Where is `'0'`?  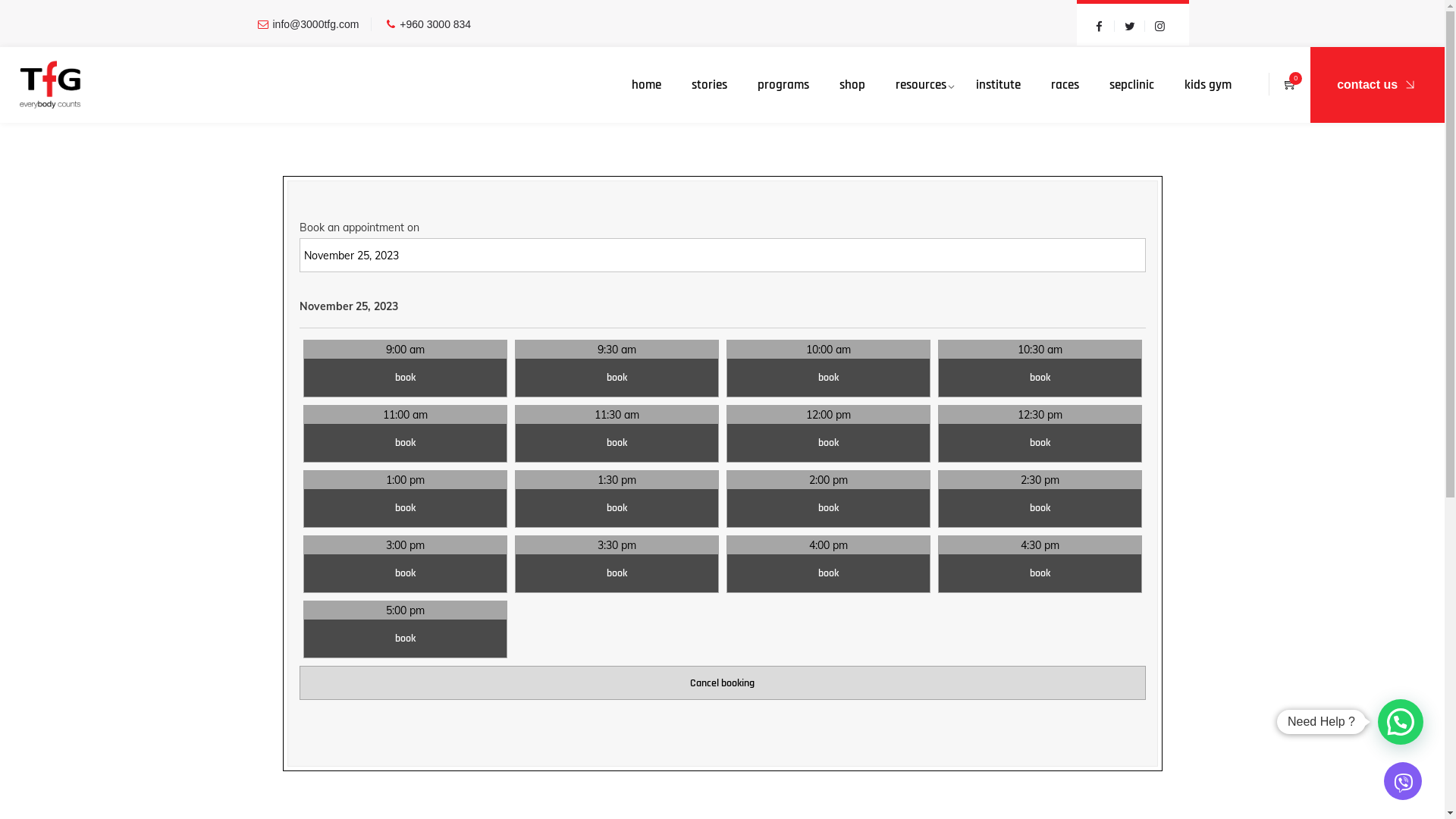
'0' is located at coordinates (1290, 84).